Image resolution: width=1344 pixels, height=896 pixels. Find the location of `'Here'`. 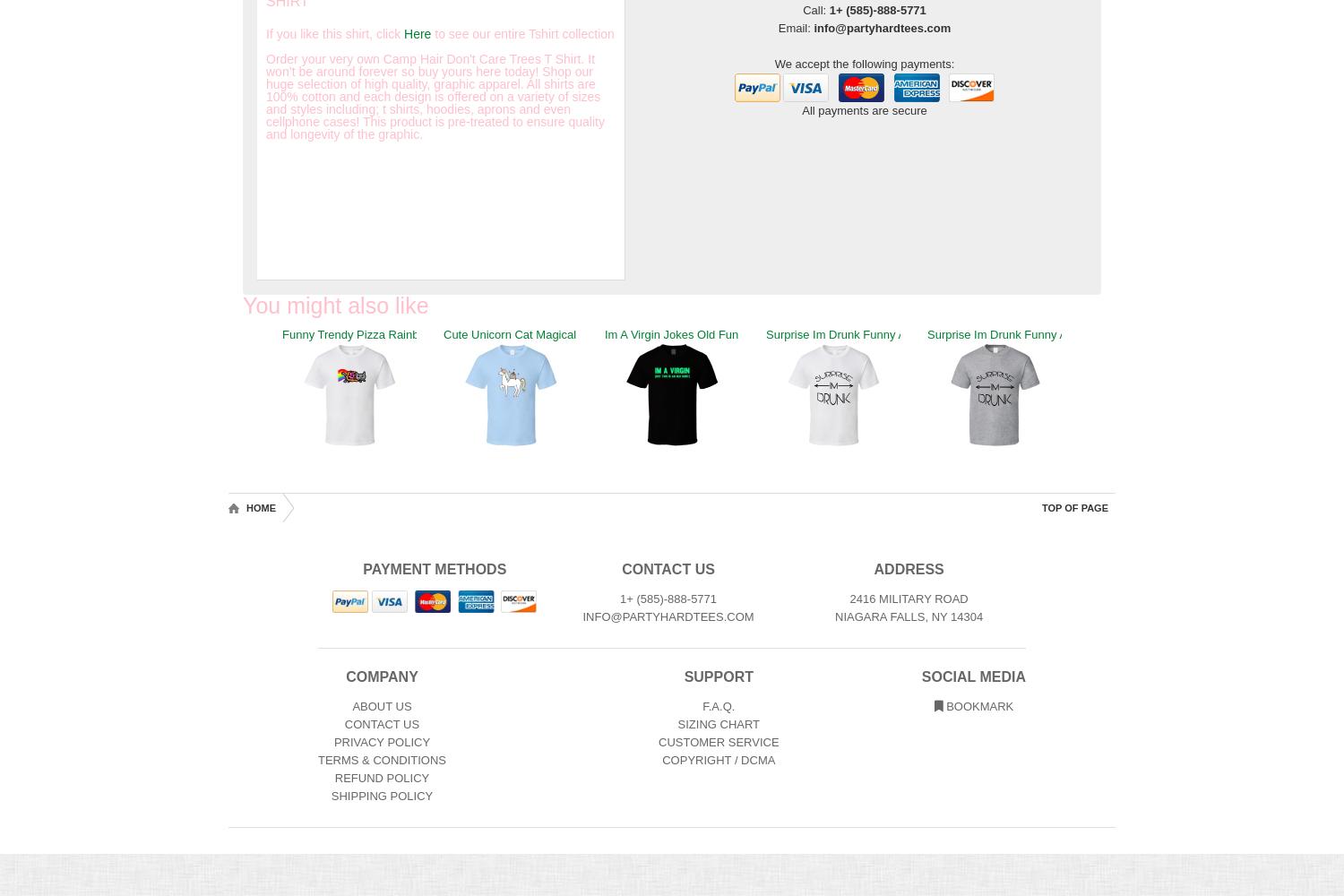

'Here' is located at coordinates (417, 33).